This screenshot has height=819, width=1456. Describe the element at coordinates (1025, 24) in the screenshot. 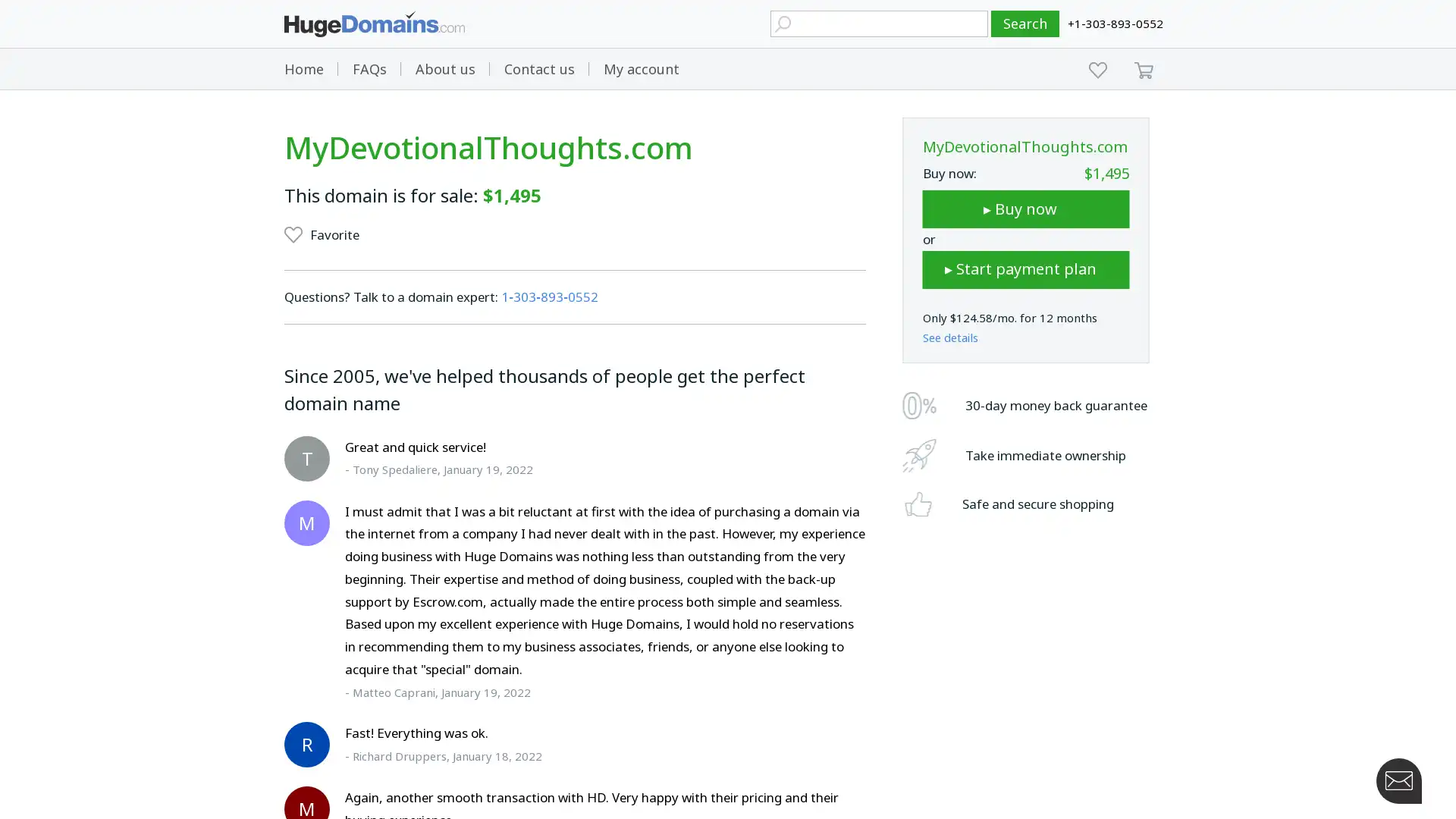

I see `Search` at that location.